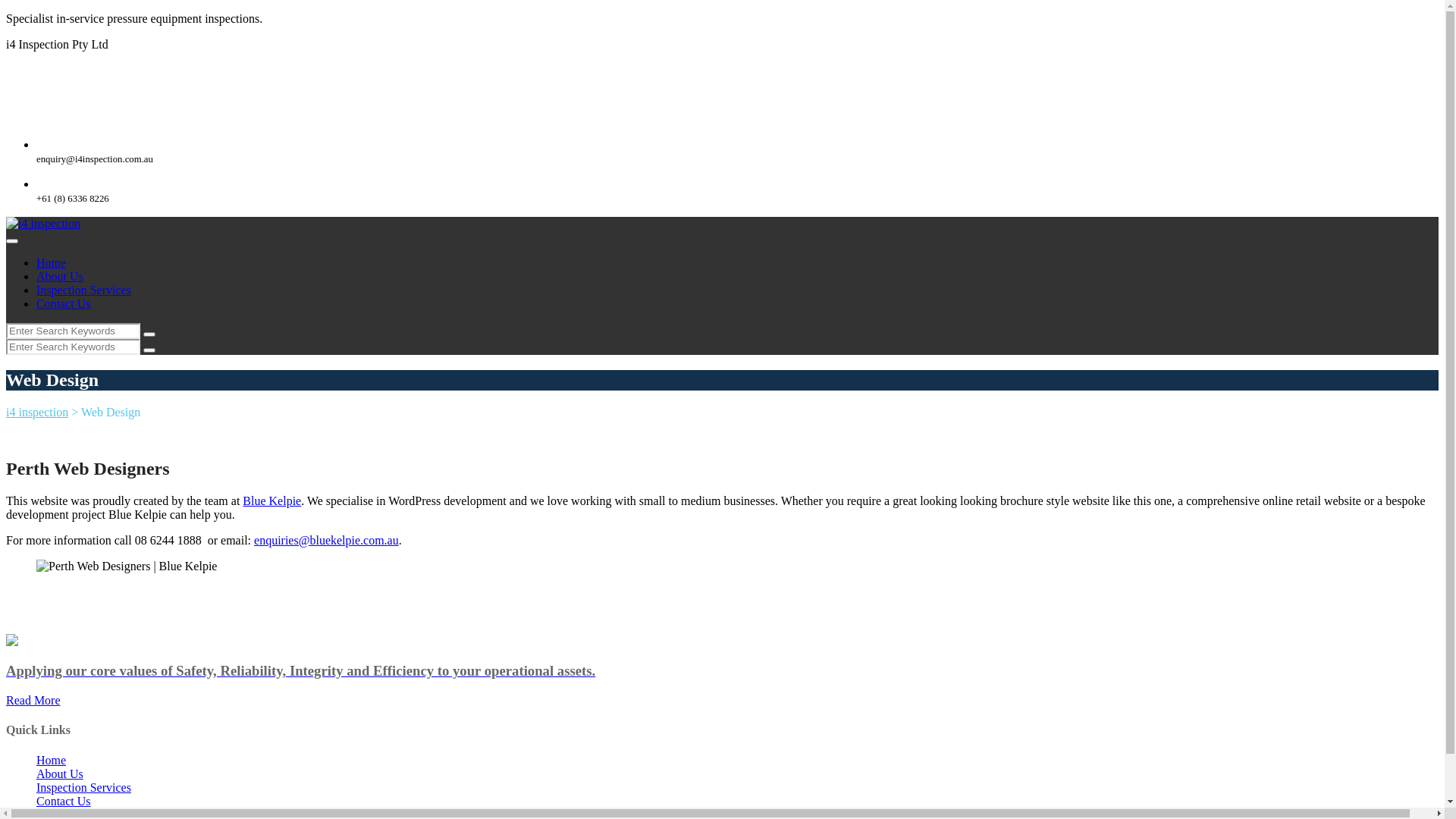 Image resolution: width=1456 pixels, height=819 pixels. What do you see at coordinates (36, 760) in the screenshot?
I see `'Home'` at bounding box center [36, 760].